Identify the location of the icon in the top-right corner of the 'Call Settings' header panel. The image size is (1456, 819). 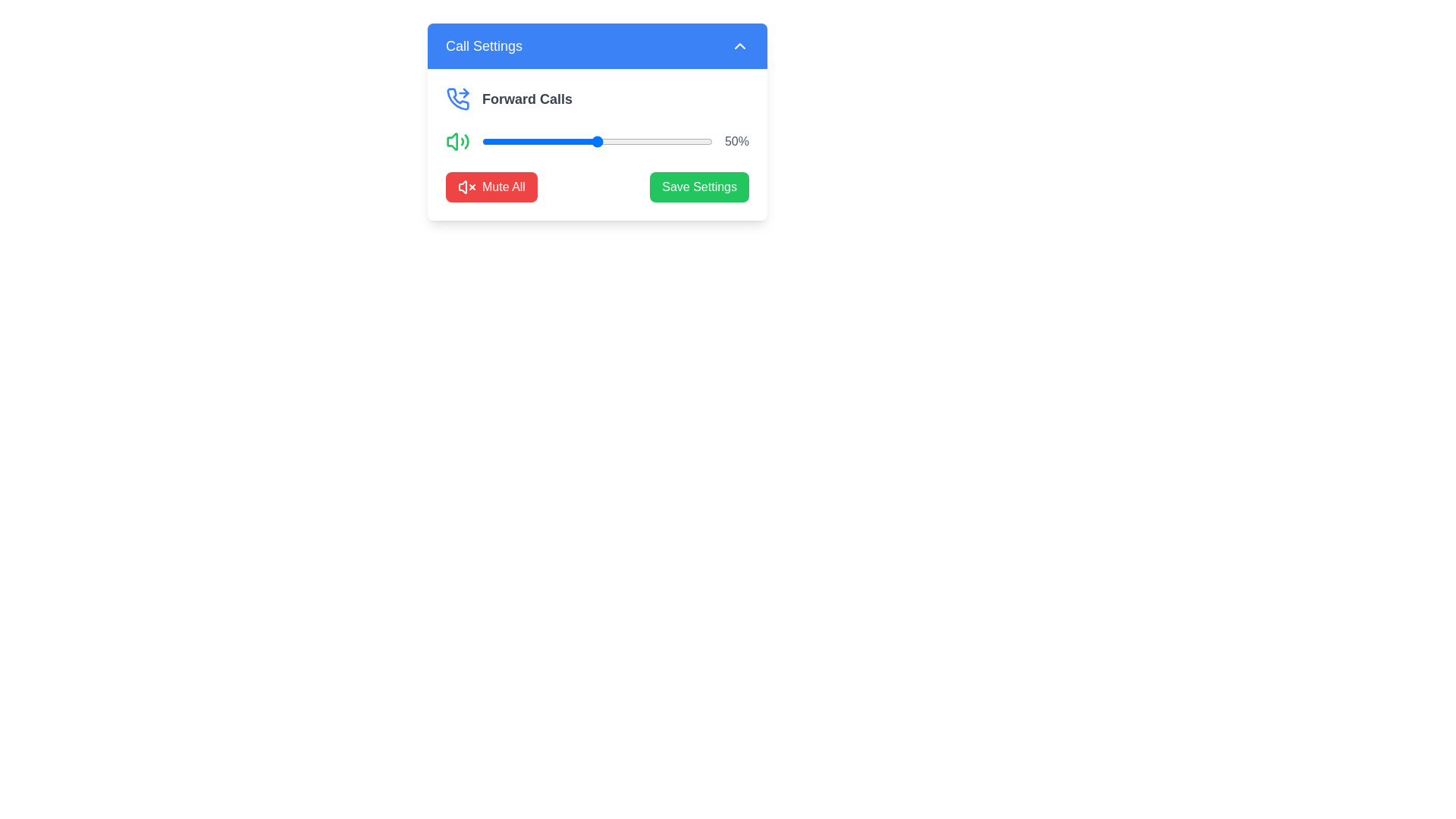
(739, 45).